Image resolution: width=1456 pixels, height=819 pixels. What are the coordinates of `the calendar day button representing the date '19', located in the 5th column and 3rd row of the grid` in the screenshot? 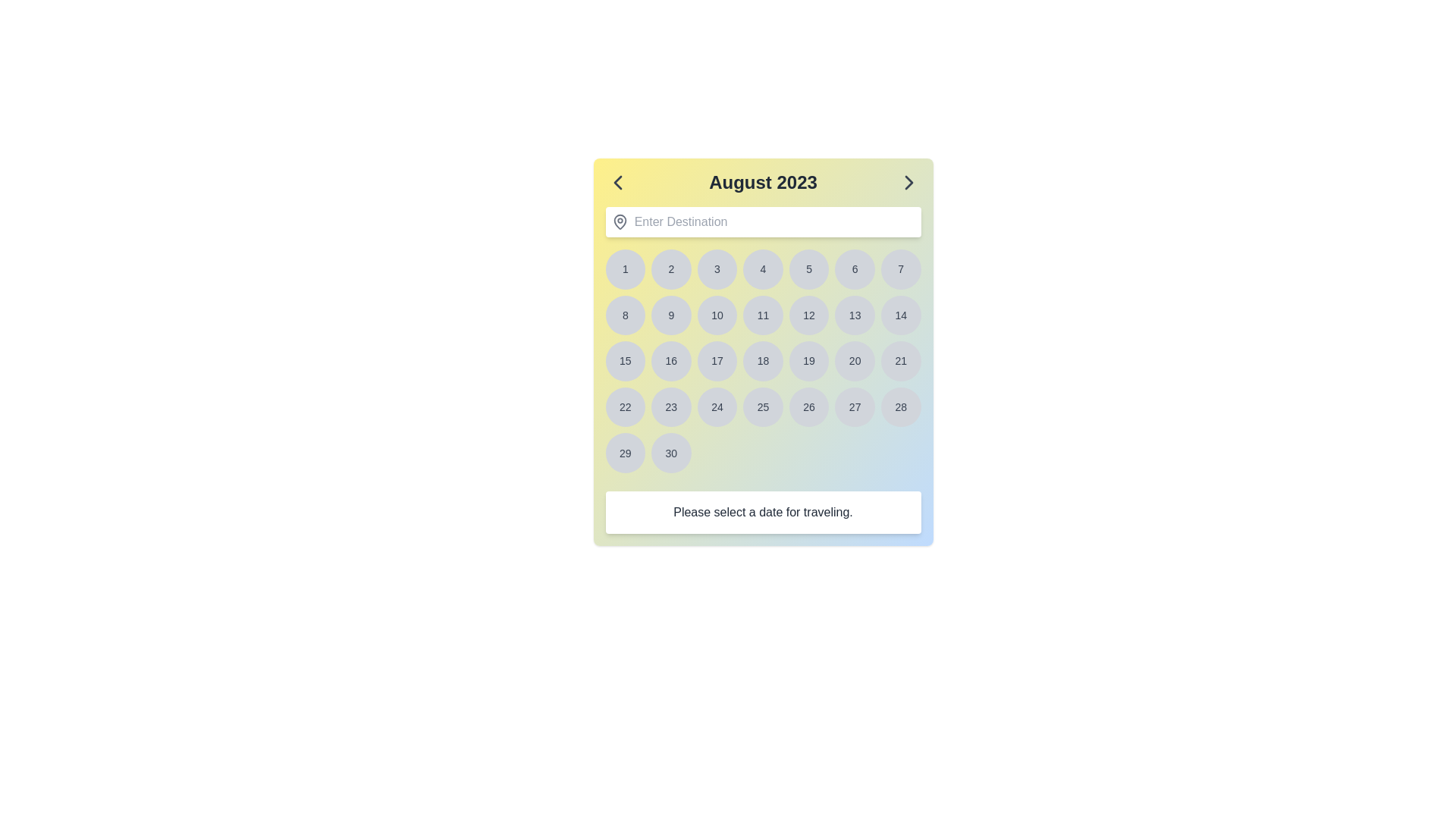 It's located at (808, 361).